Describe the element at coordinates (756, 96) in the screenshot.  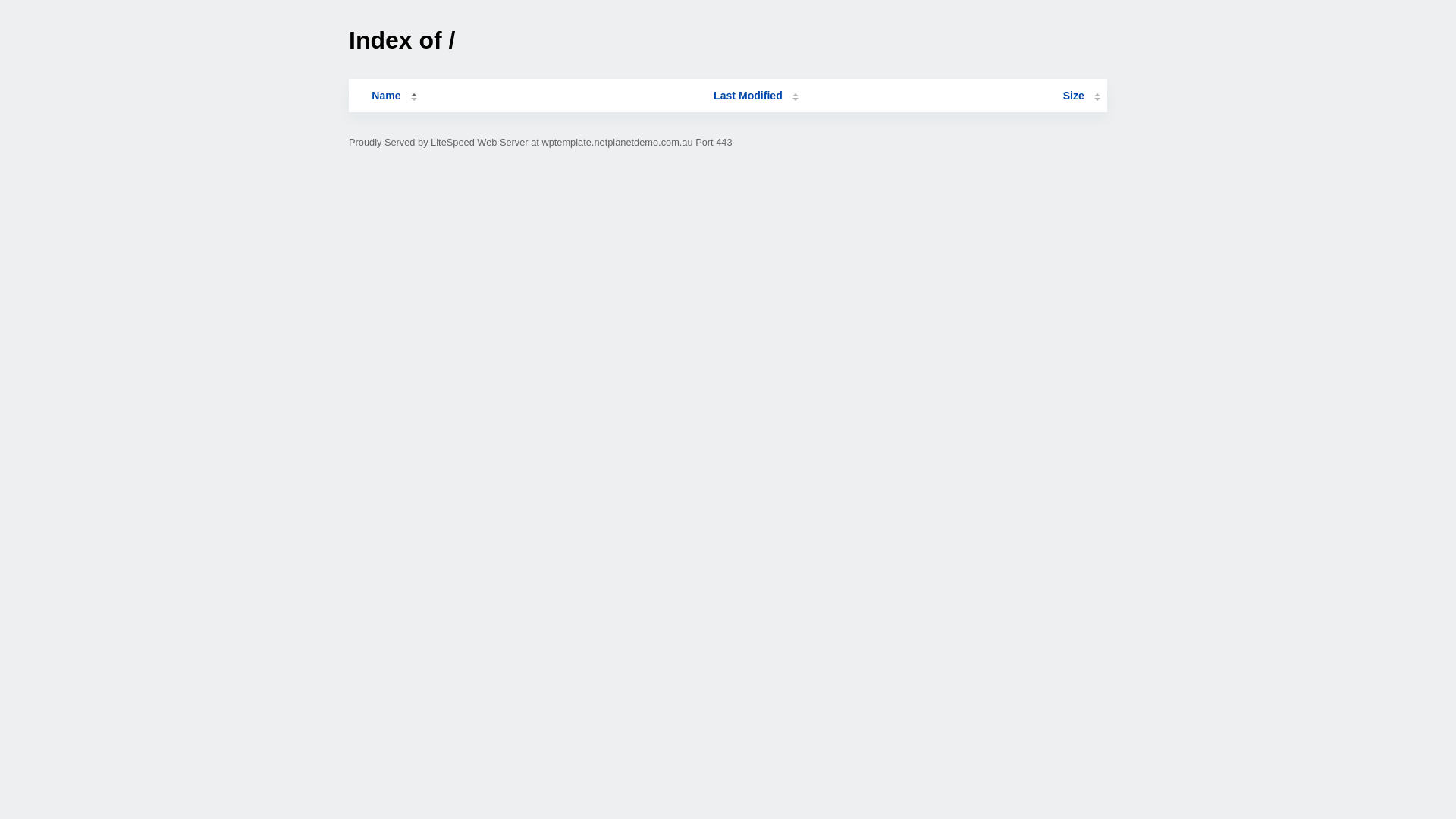
I see `'Last Modified'` at that location.